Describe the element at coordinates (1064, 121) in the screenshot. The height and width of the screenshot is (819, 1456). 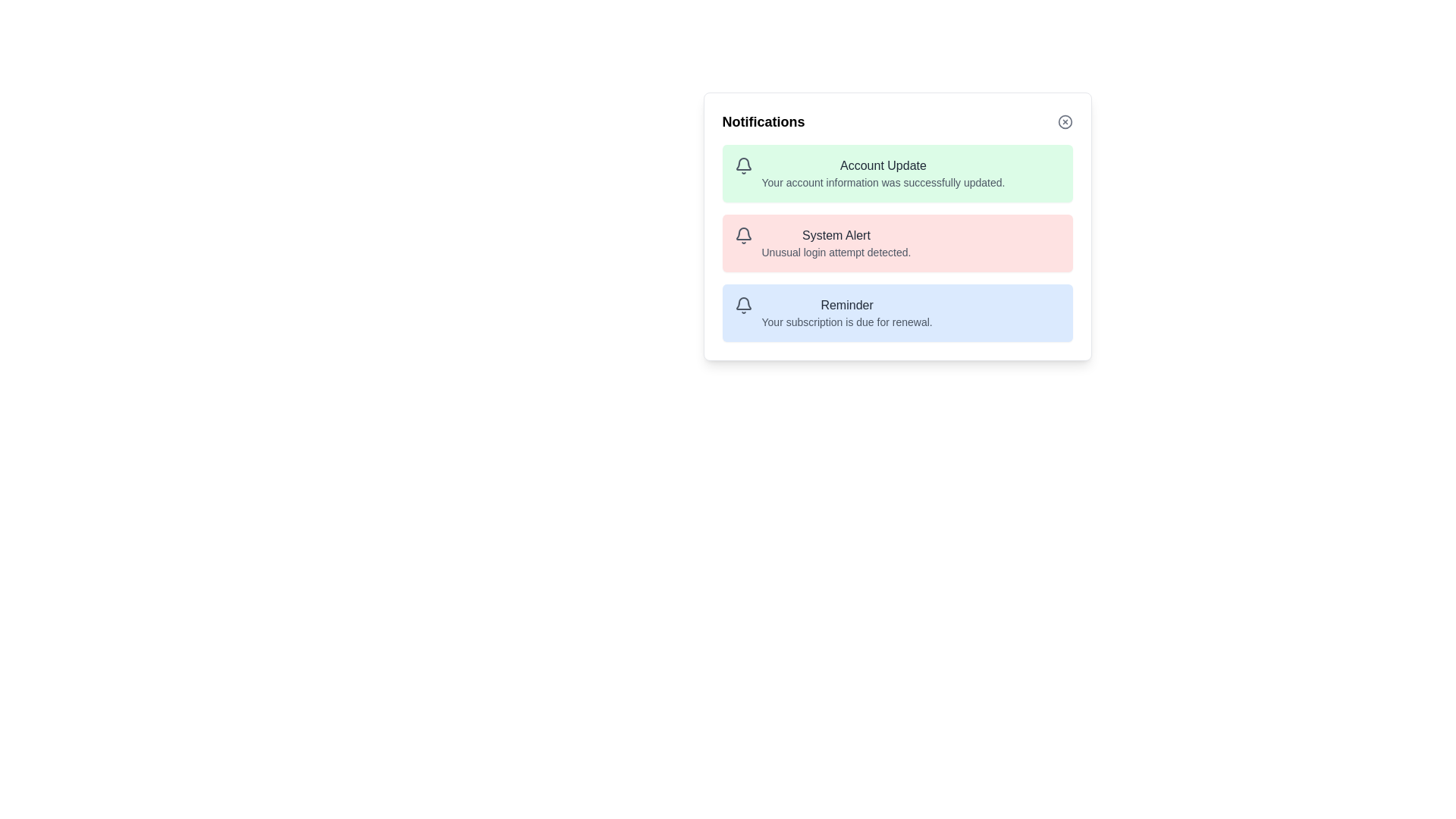
I see `the SVG Circle element that represents the 'Close' or 'Dismiss' button in the notification card` at that location.